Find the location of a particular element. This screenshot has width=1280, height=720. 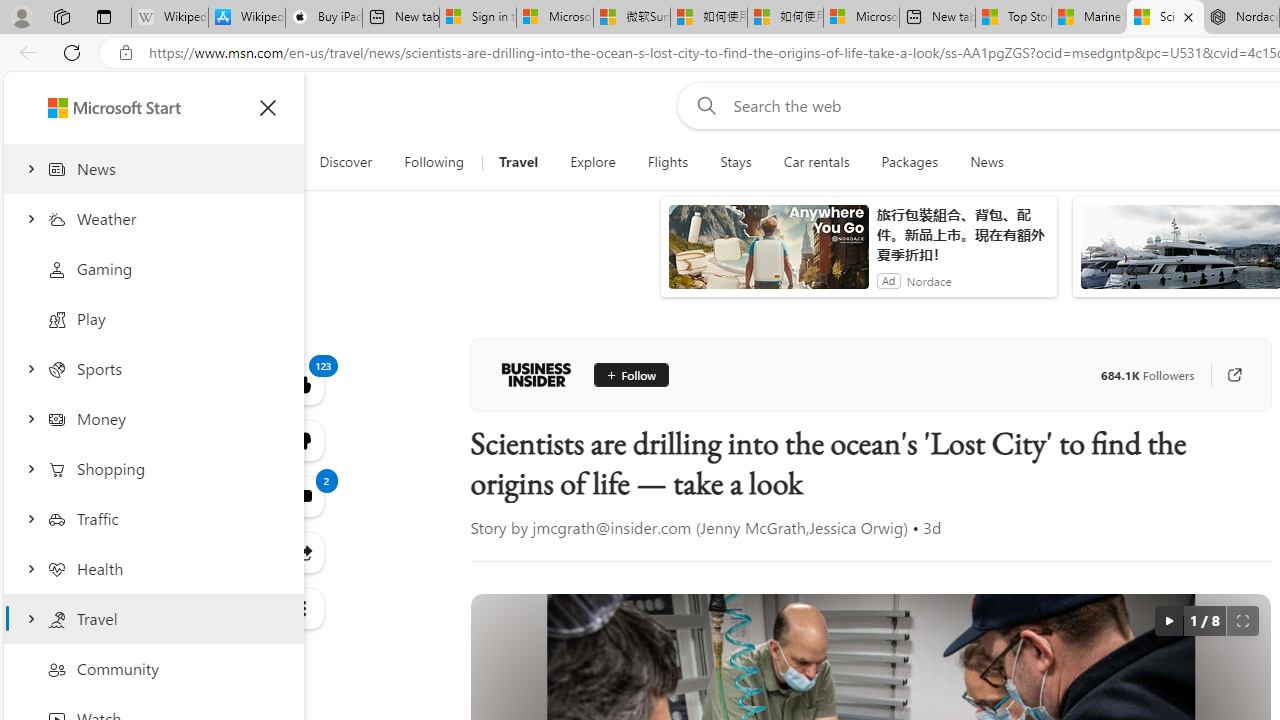

'Flights' is located at coordinates (667, 162).